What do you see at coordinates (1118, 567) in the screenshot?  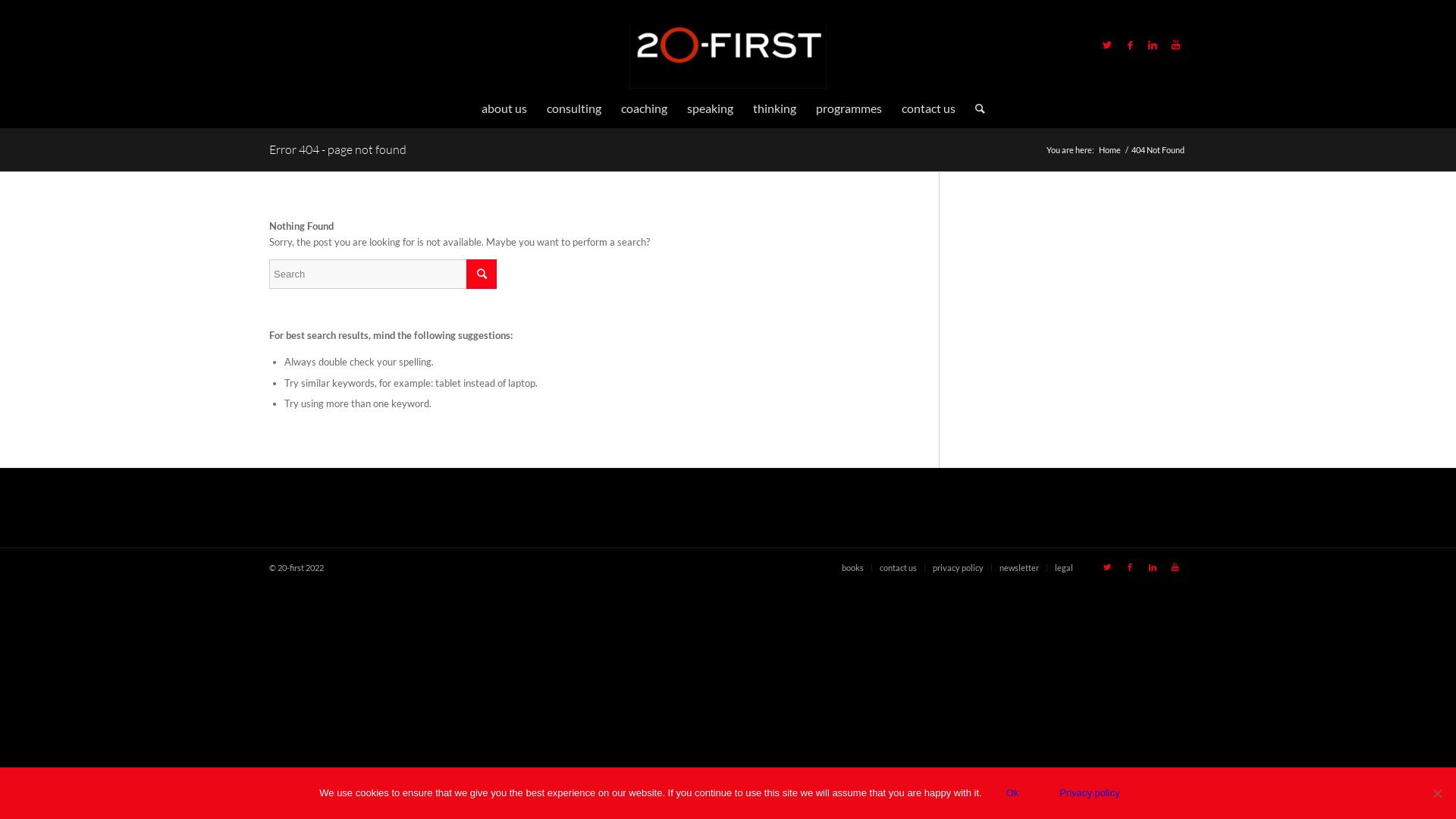 I see `'Facebook'` at bounding box center [1118, 567].